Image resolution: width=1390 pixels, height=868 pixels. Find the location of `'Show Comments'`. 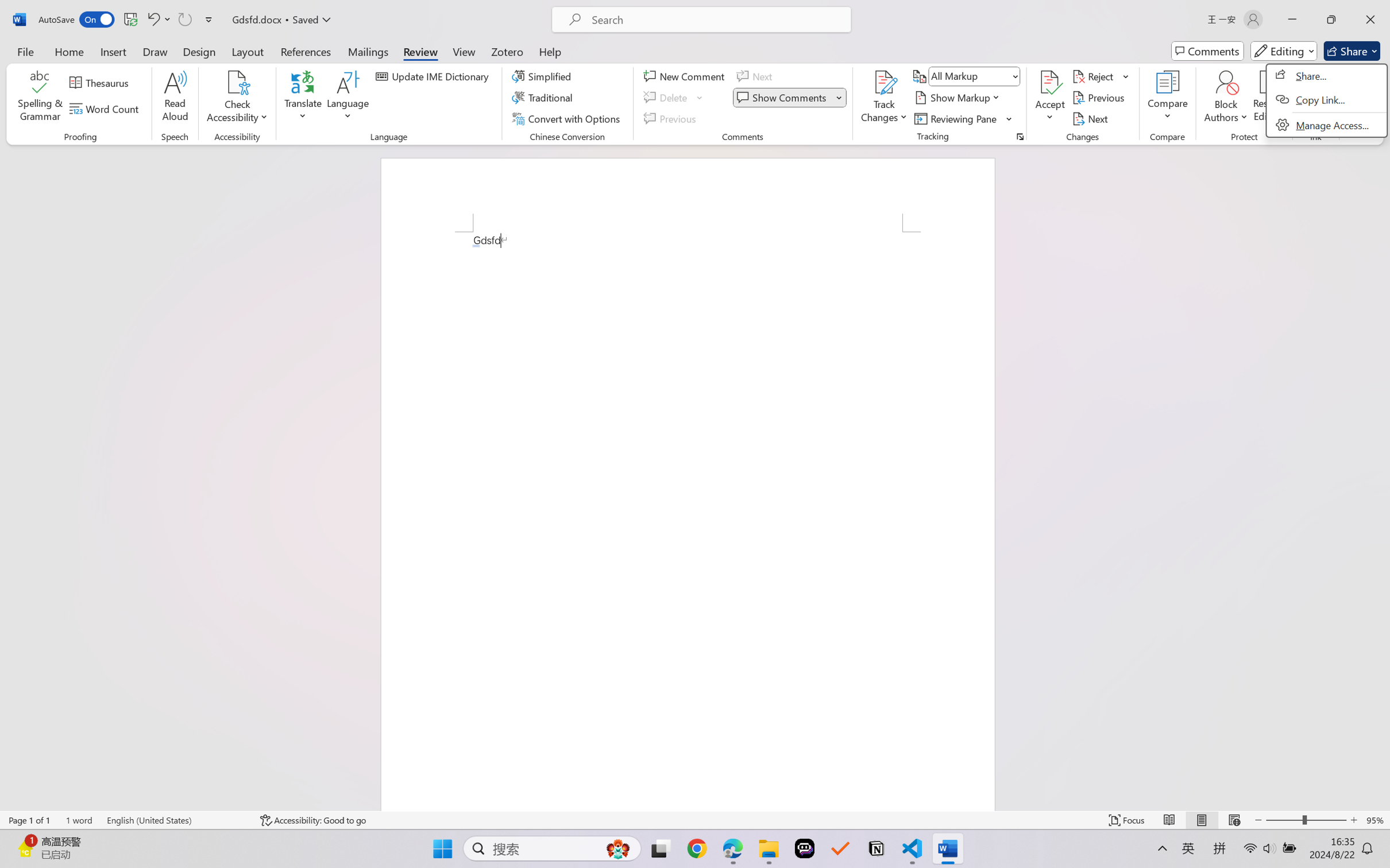

'Show Comments' is located at coordinates (783, 98).